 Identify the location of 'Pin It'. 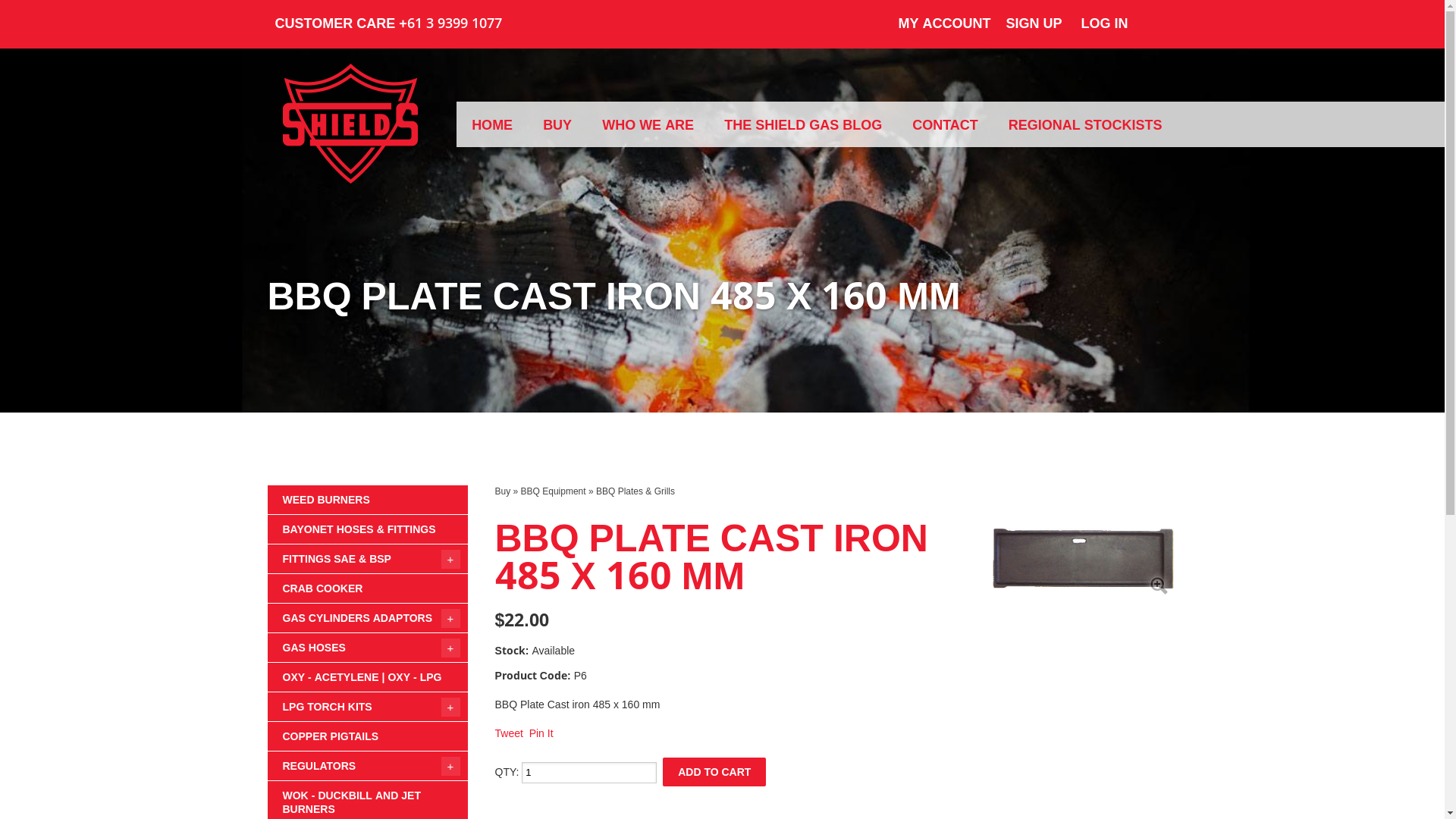
(541, 731).